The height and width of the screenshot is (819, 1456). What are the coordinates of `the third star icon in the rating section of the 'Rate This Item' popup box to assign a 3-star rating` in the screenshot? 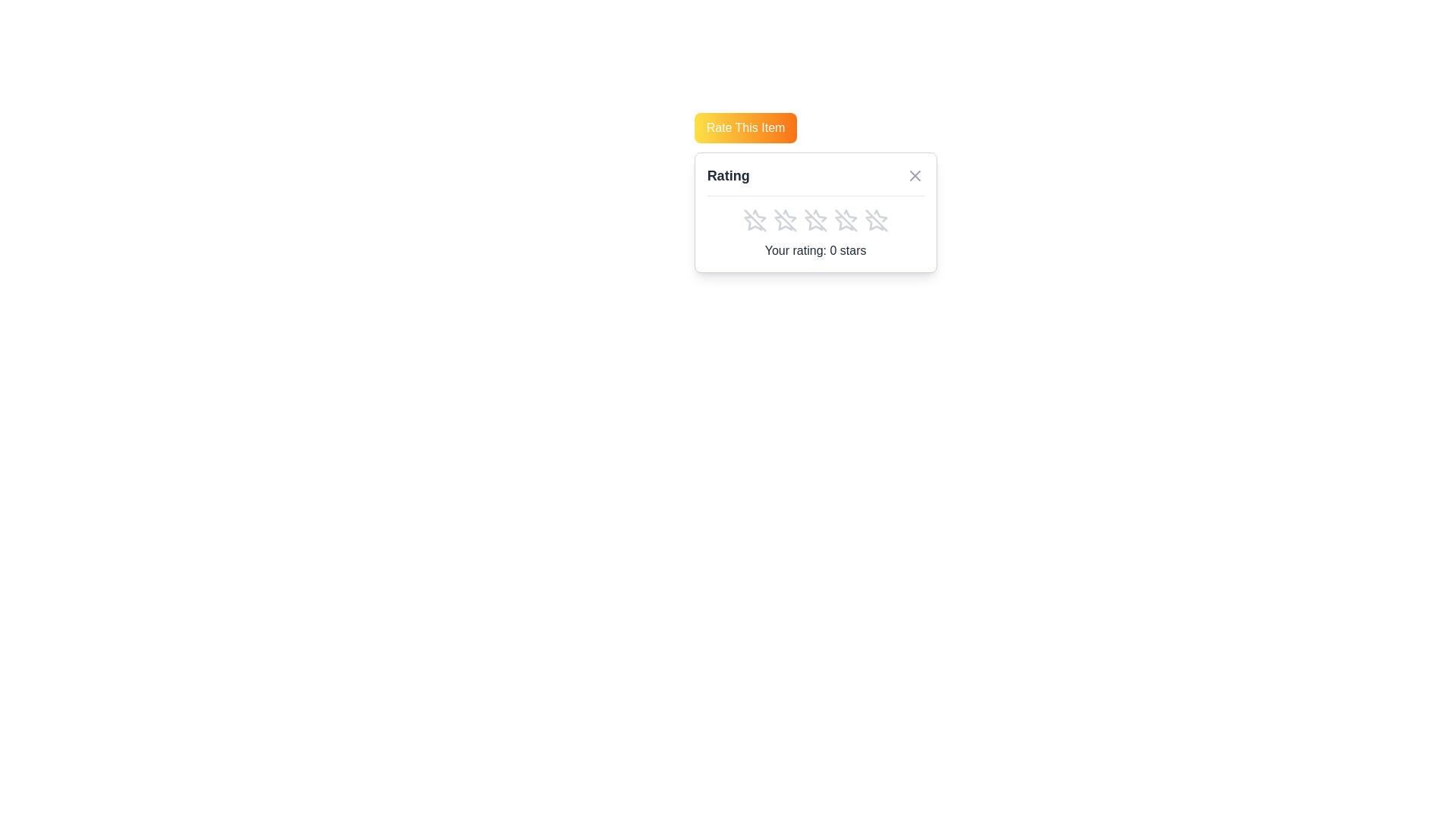 It's located at (814, 220).